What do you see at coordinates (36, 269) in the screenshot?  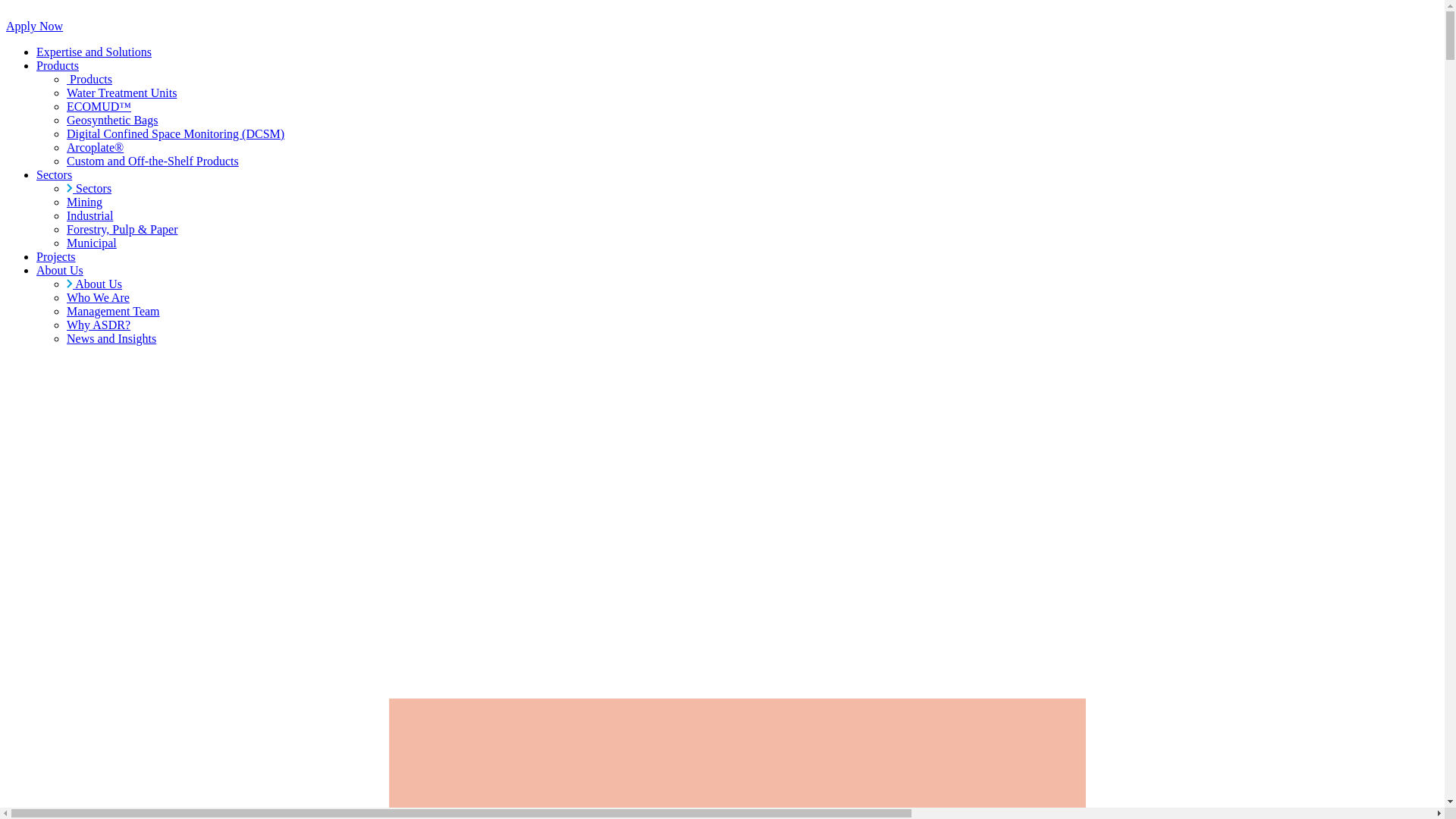 I see `'About Us'` at bounding box center [36, 269].